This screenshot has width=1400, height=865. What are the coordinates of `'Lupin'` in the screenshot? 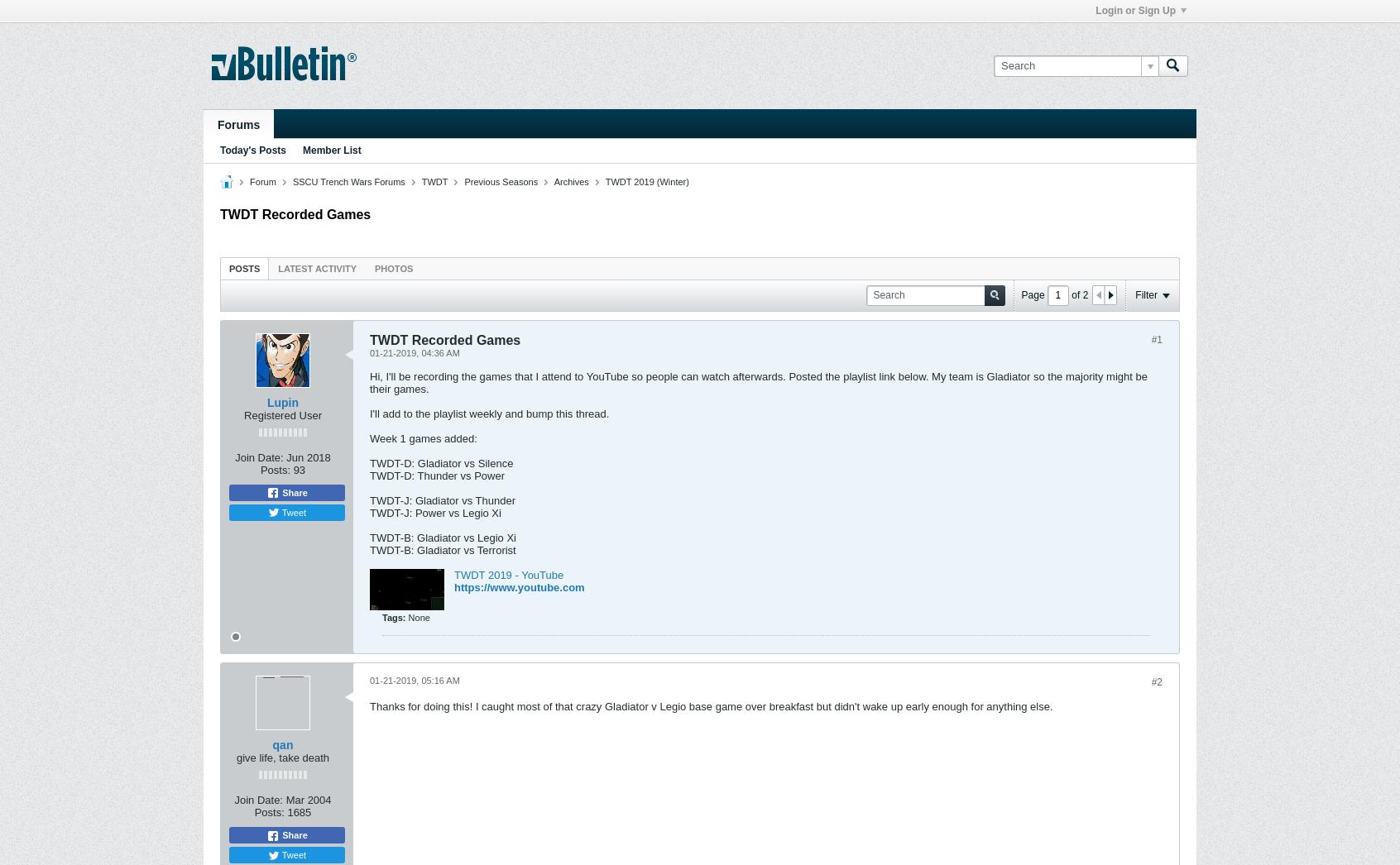 It's located at (281, 401).